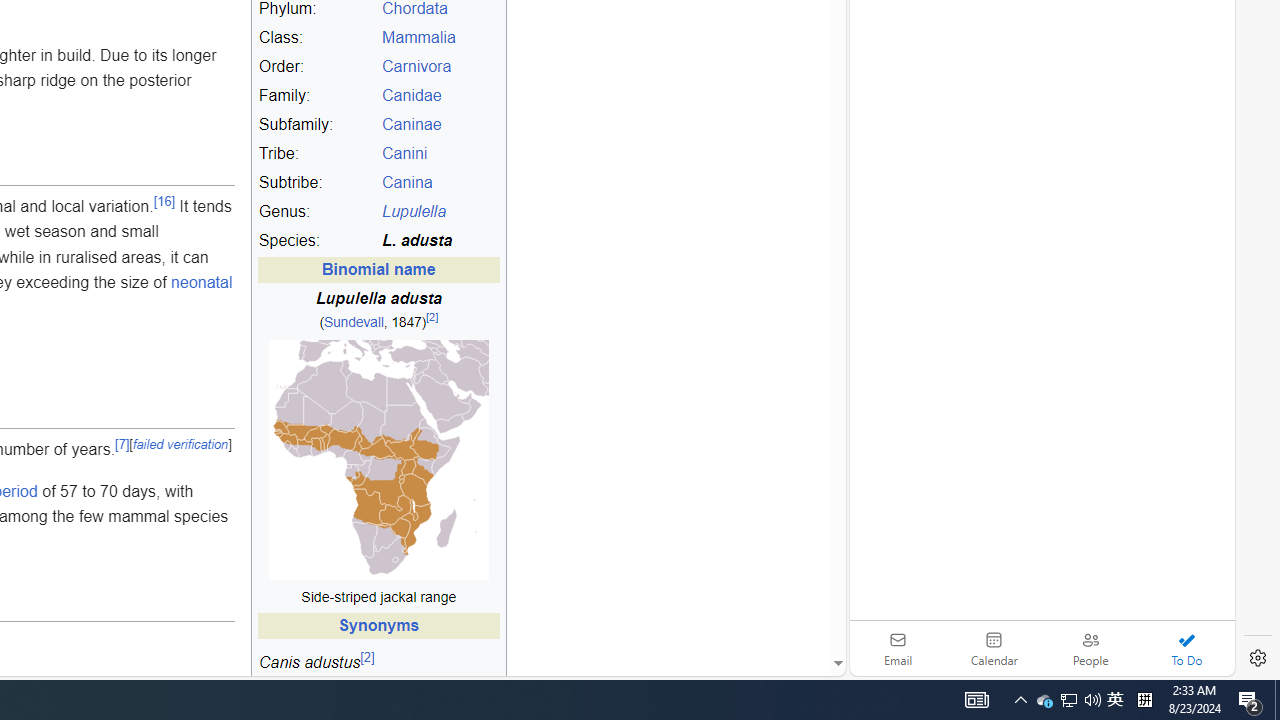  Describe the element at coordinates (403, 152) in the screenshot. I see `'Canini'` at that location.